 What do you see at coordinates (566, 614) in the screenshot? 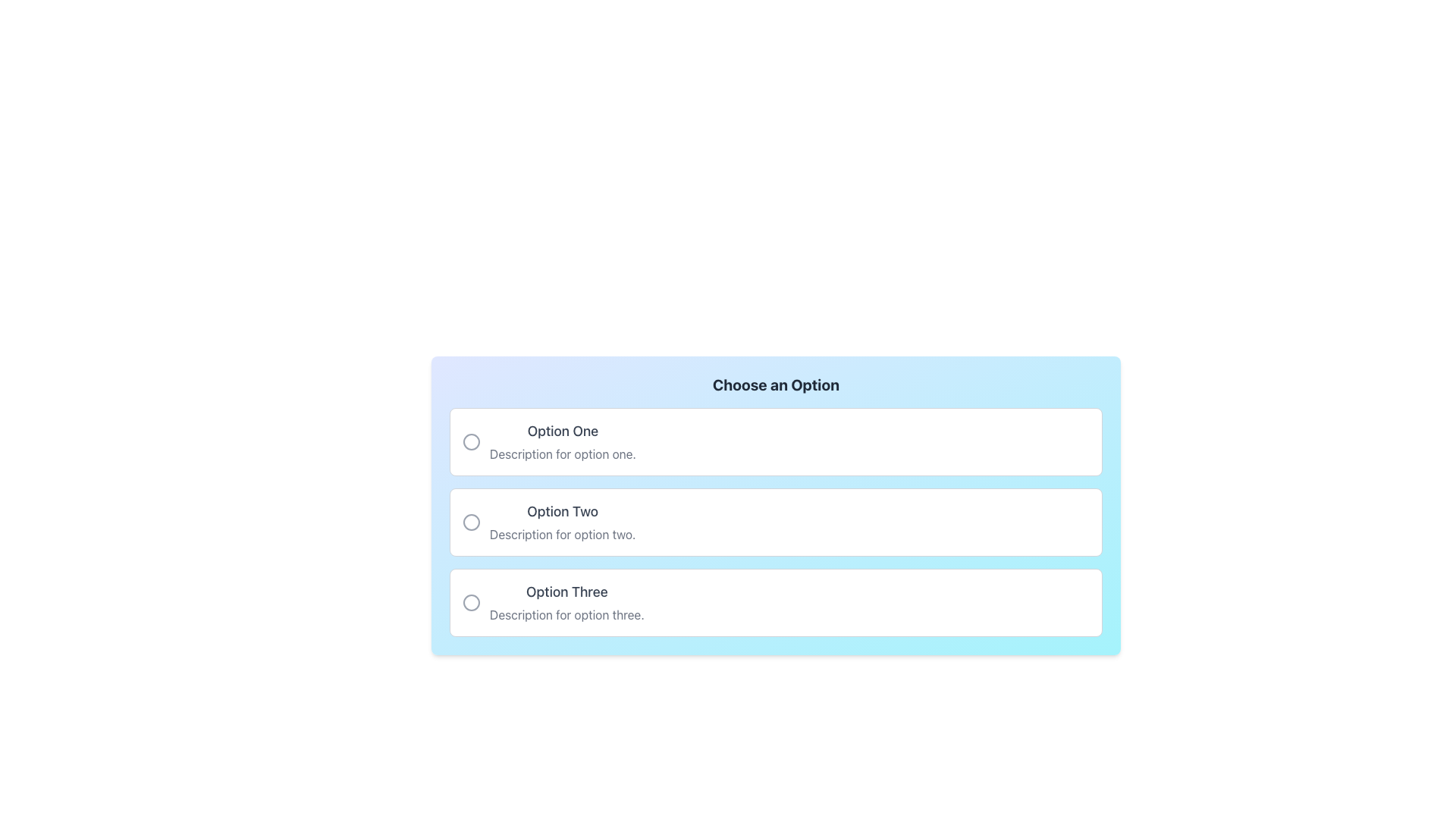
I see `the static text providing supplementary information for 'Option Three', which is aligned to the left and located underneath the title` at bounding box center [566, 614].